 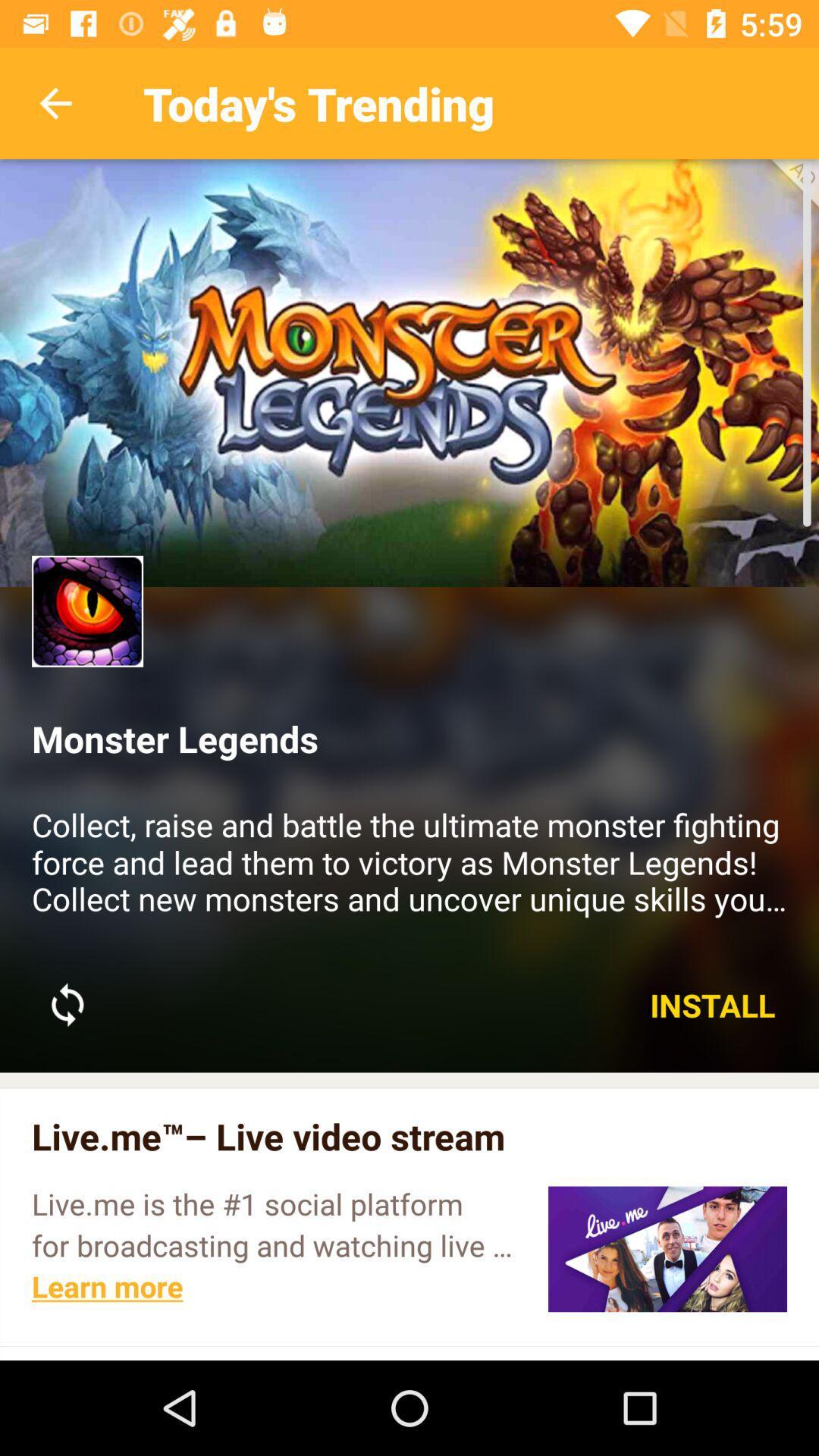 I want to click on go back, so click(x=55, y=102).